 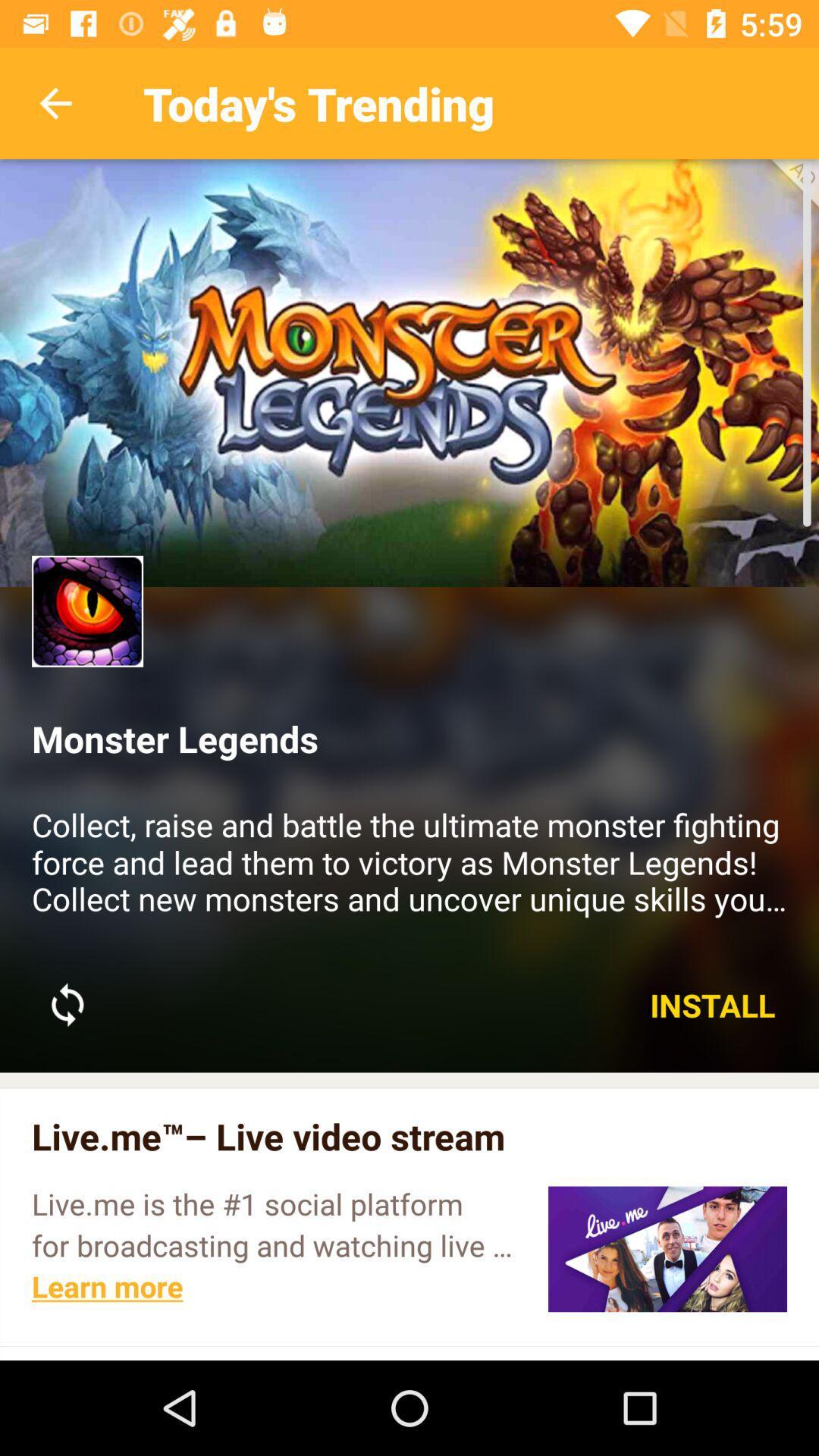 I want to click on go back, so click(x=55, y=102).